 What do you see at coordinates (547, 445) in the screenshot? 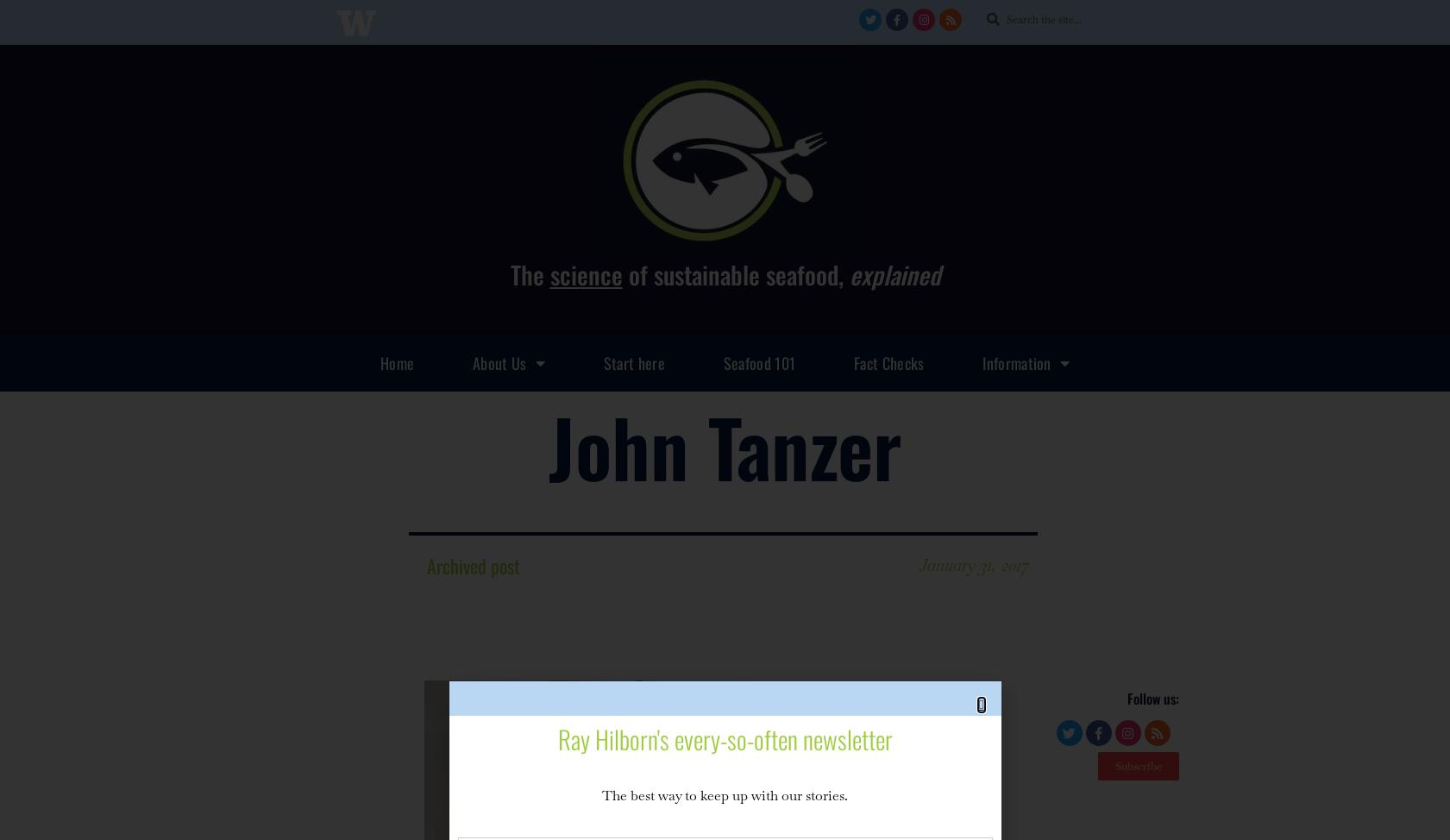
I see `'John Tanzer'` at bounding box center [547, 445].